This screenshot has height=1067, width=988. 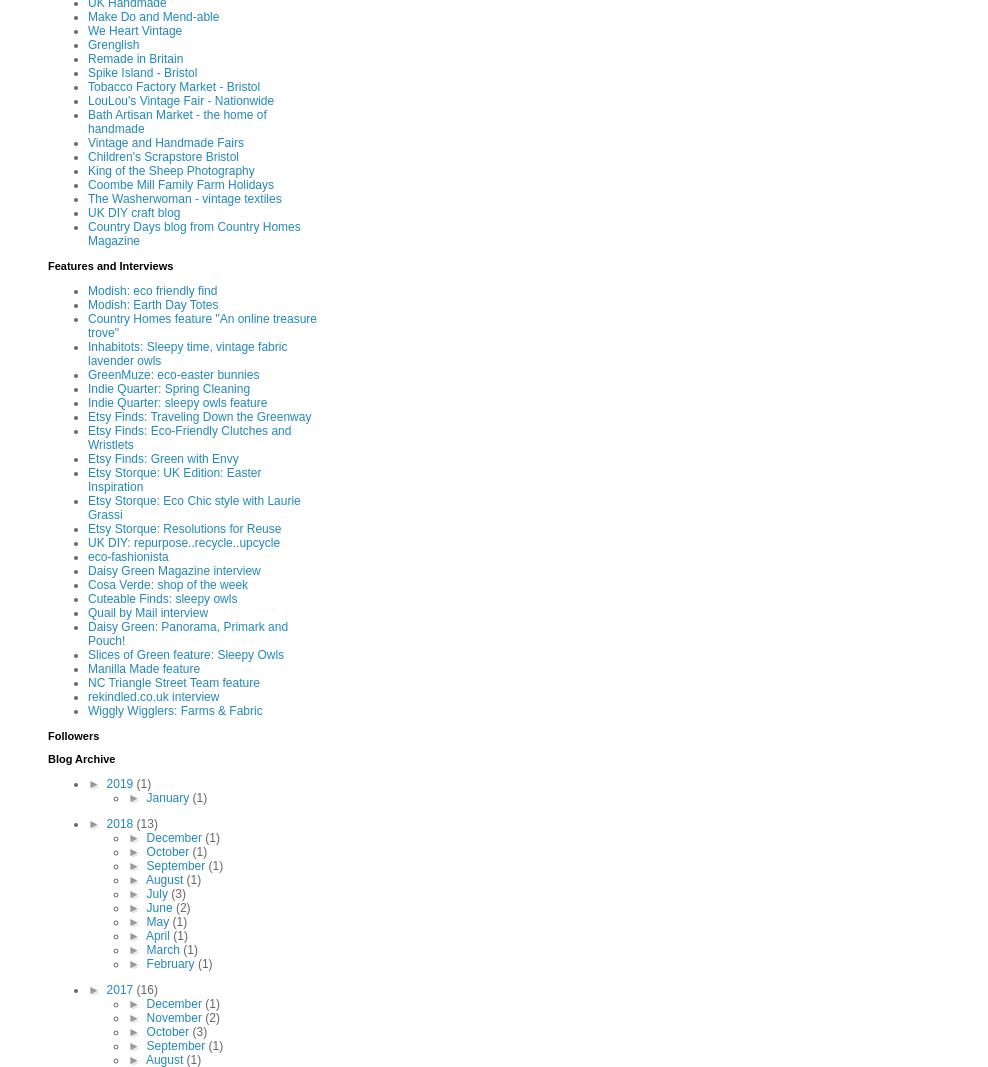 What do you see at coordinates (121, 989) in the screenshot?
I see `'2017'` at bounding box center [121, 989].